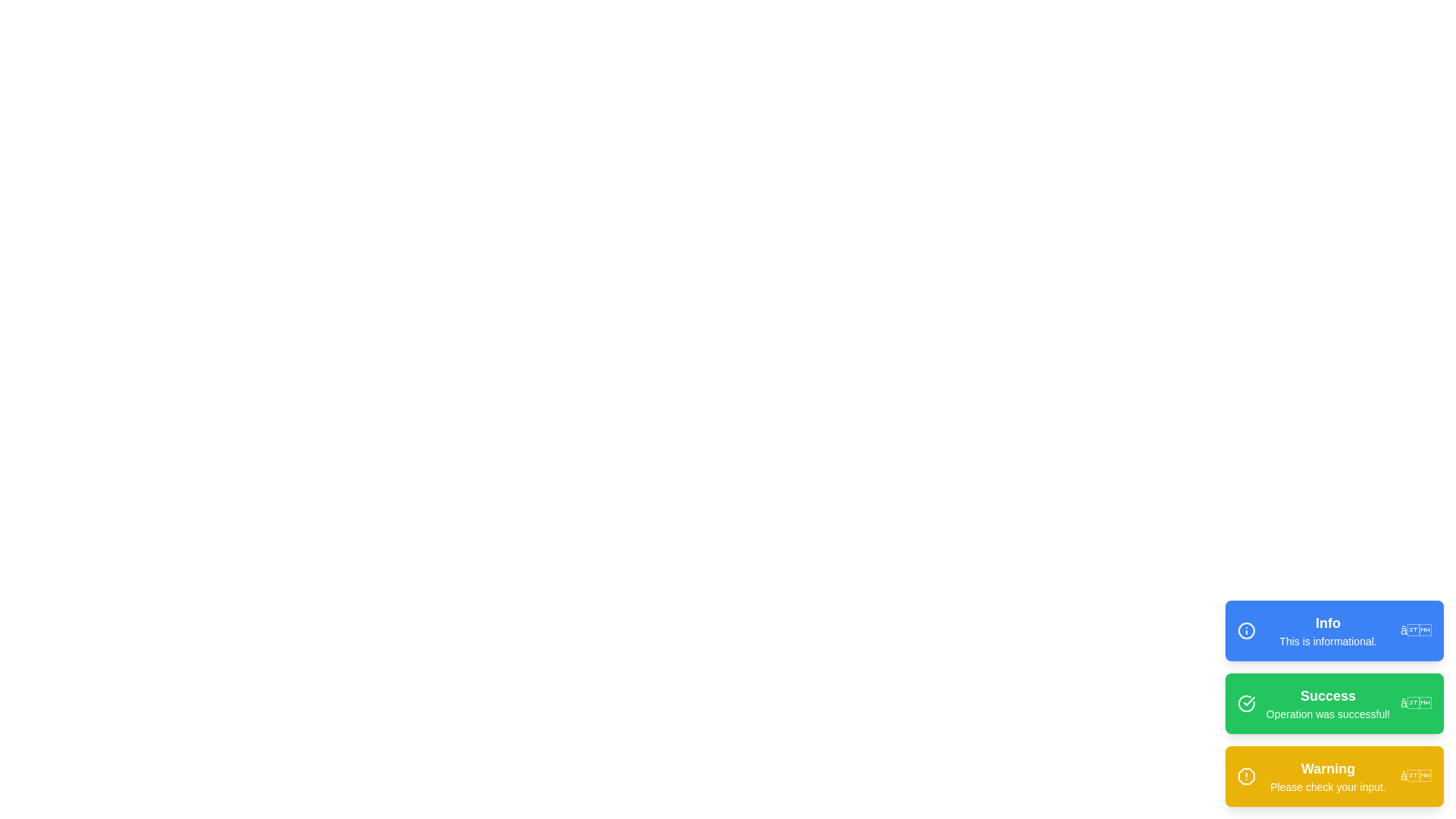  What do you see at coordinates (1335, 631) in the screenshot?
I see `the first notification card, which has a blue background, white text, and features an 'Info' title at the top` at bounding box center [1335, 631].